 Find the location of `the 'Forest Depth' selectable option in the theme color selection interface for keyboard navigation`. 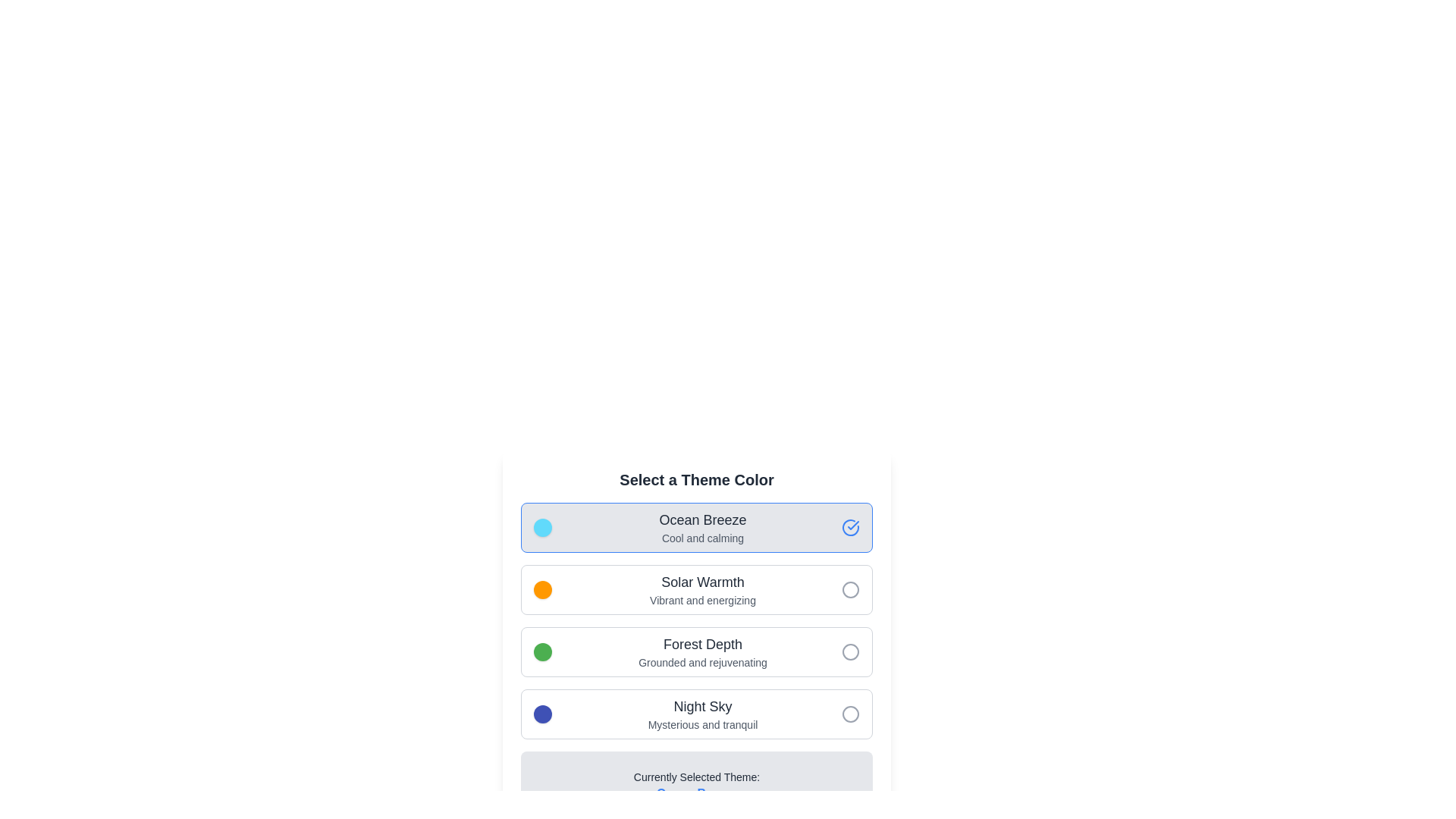

the 'Forest Depth' selectable option in the theme color selection interface for keyboard navigation is located at coordinates (695, 651).